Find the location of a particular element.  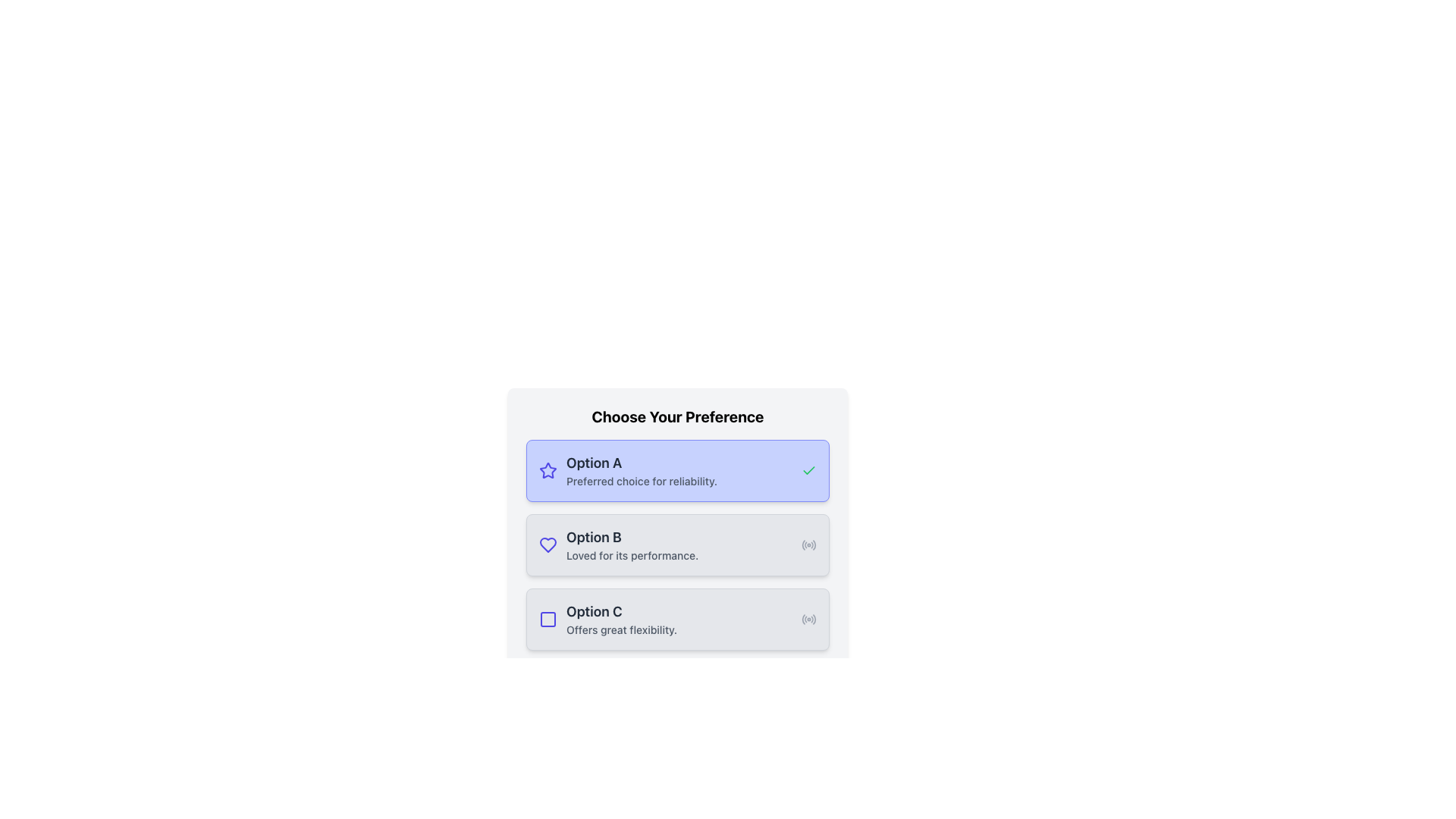

the text element that reads 'Loved for its performance.' located below the title 'Option B' in the user preference selection interface is located at coordinates (679, 555).